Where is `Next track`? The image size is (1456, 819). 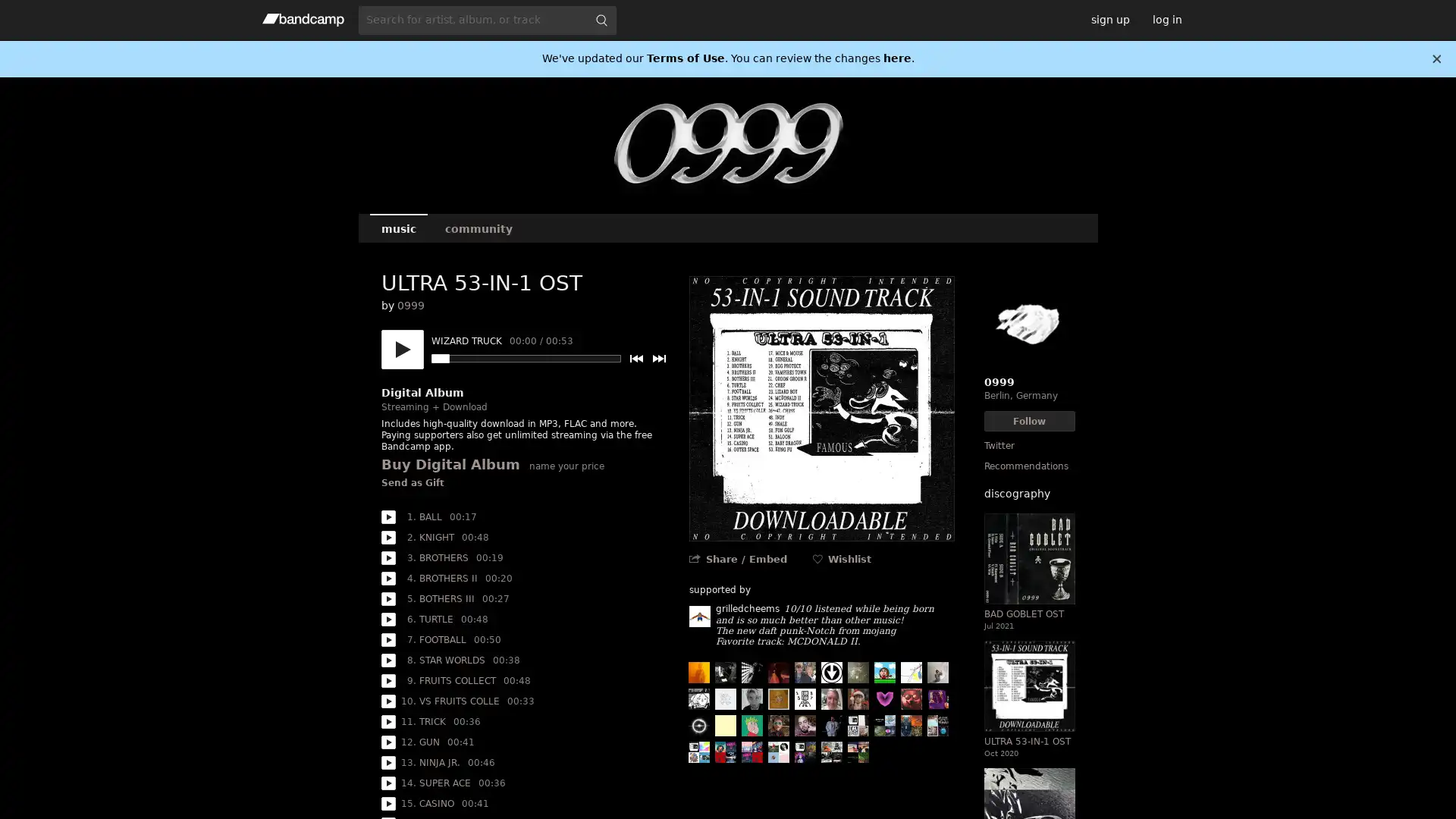 Next track is located at coordinates (658, 359).